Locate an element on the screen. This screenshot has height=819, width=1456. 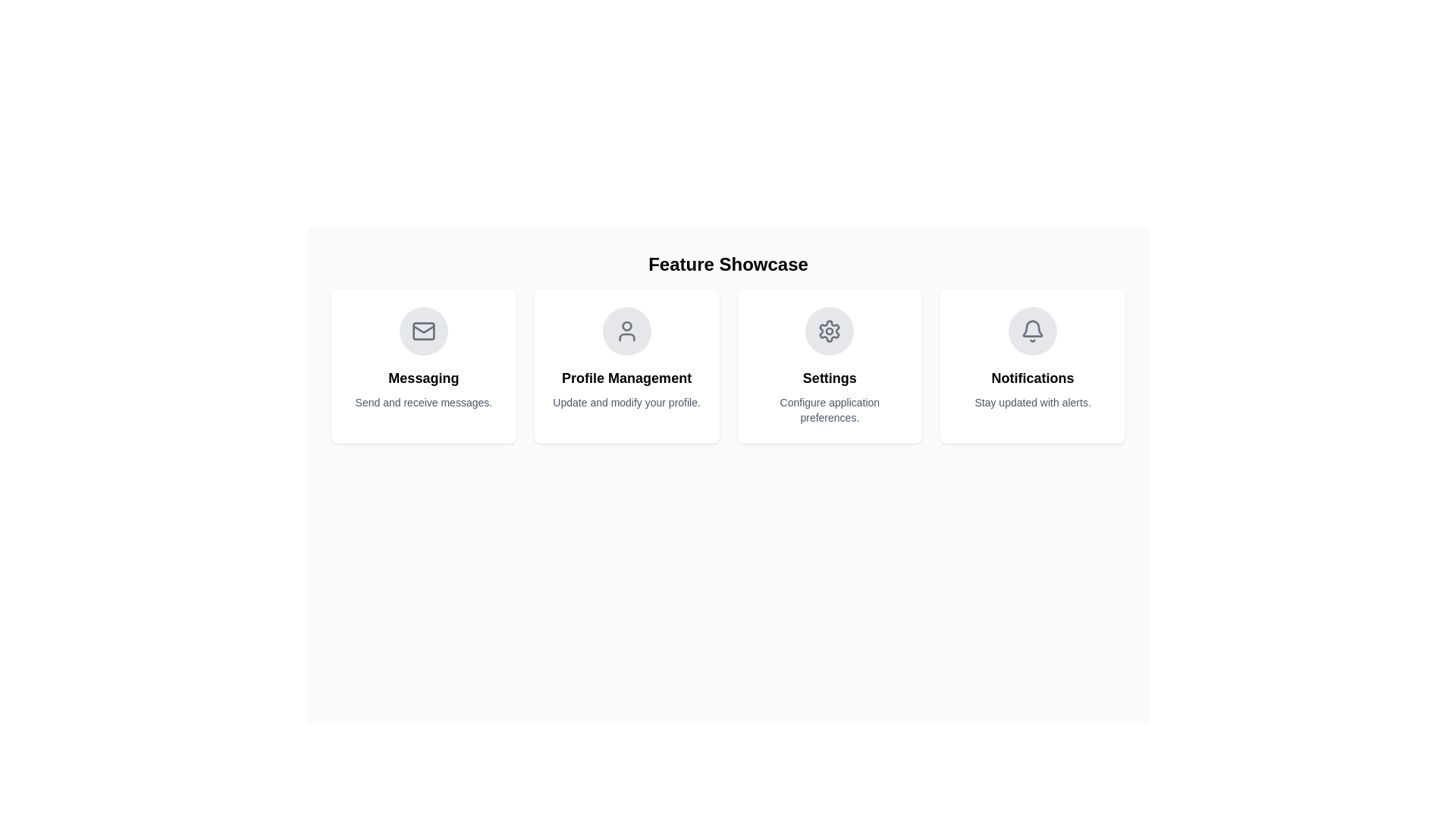
the first informational card in the top-left corner of the grid layout is located at coordinates (423, 366).